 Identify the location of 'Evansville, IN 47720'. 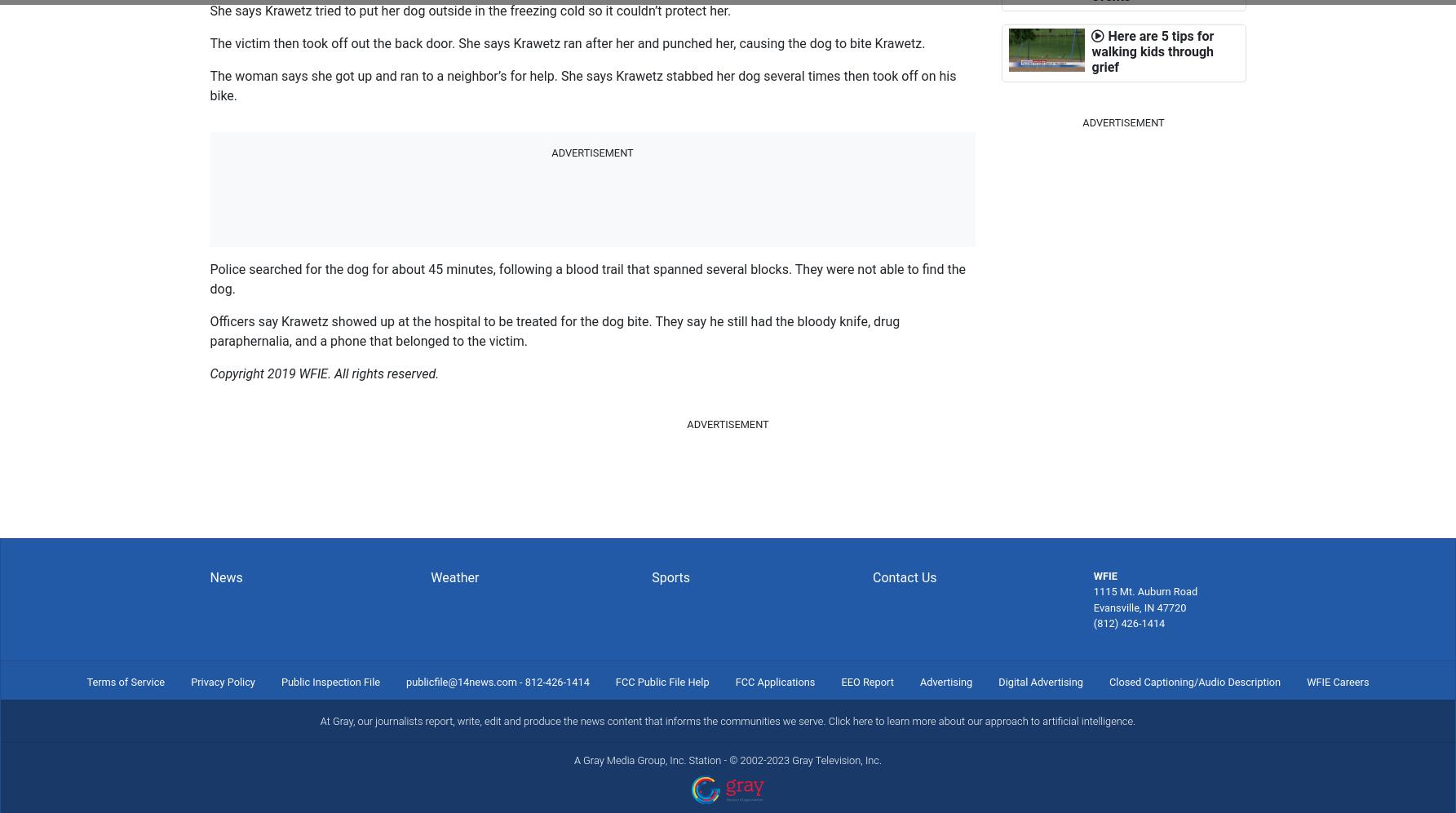
(1139, 607).